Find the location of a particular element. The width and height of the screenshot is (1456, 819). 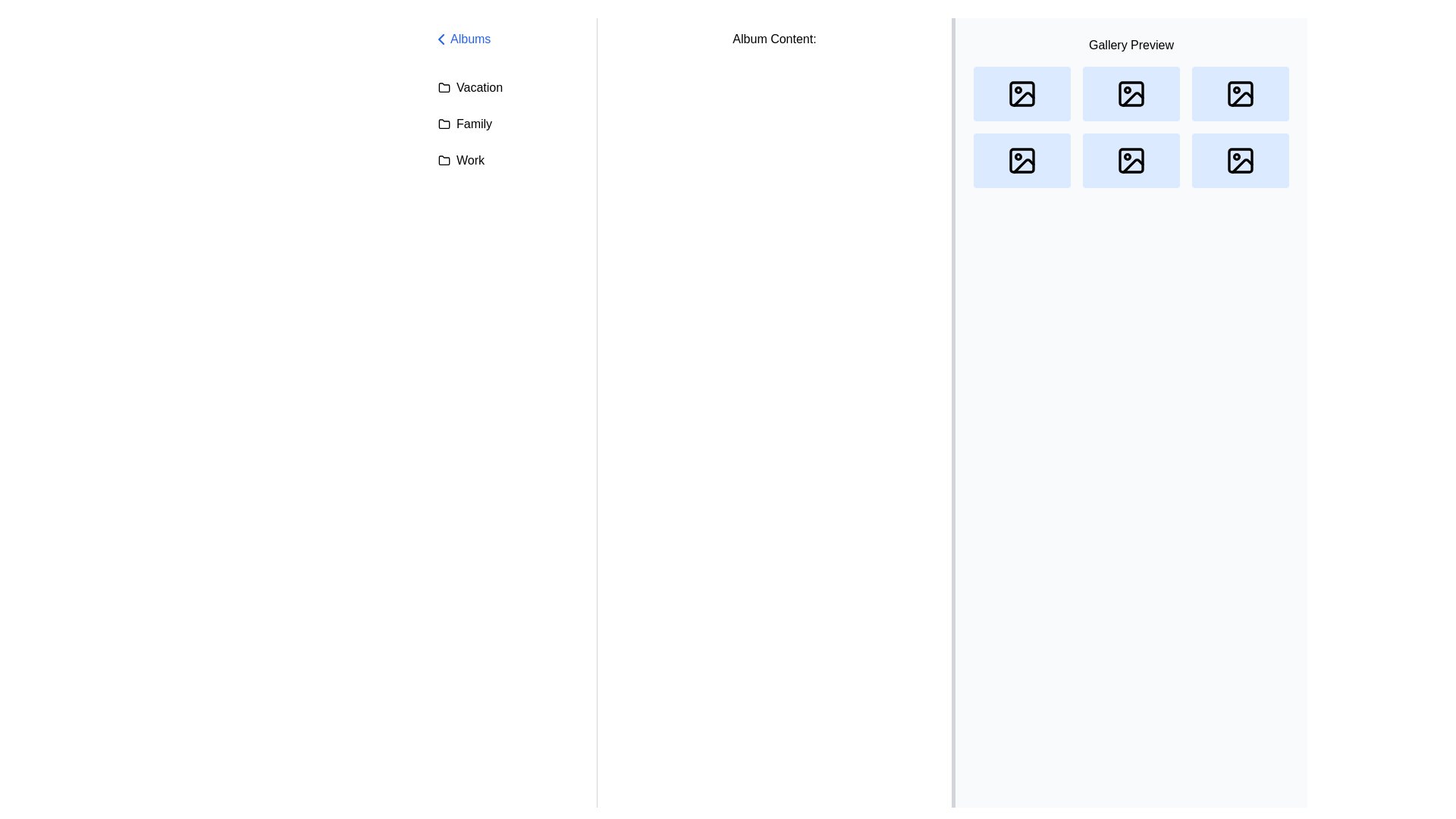

the decorative visual element that is a small rectangle with rounded corners located inside the image icon in the second column and first row of the gallery preview area is located at coordinates (1131, 93).